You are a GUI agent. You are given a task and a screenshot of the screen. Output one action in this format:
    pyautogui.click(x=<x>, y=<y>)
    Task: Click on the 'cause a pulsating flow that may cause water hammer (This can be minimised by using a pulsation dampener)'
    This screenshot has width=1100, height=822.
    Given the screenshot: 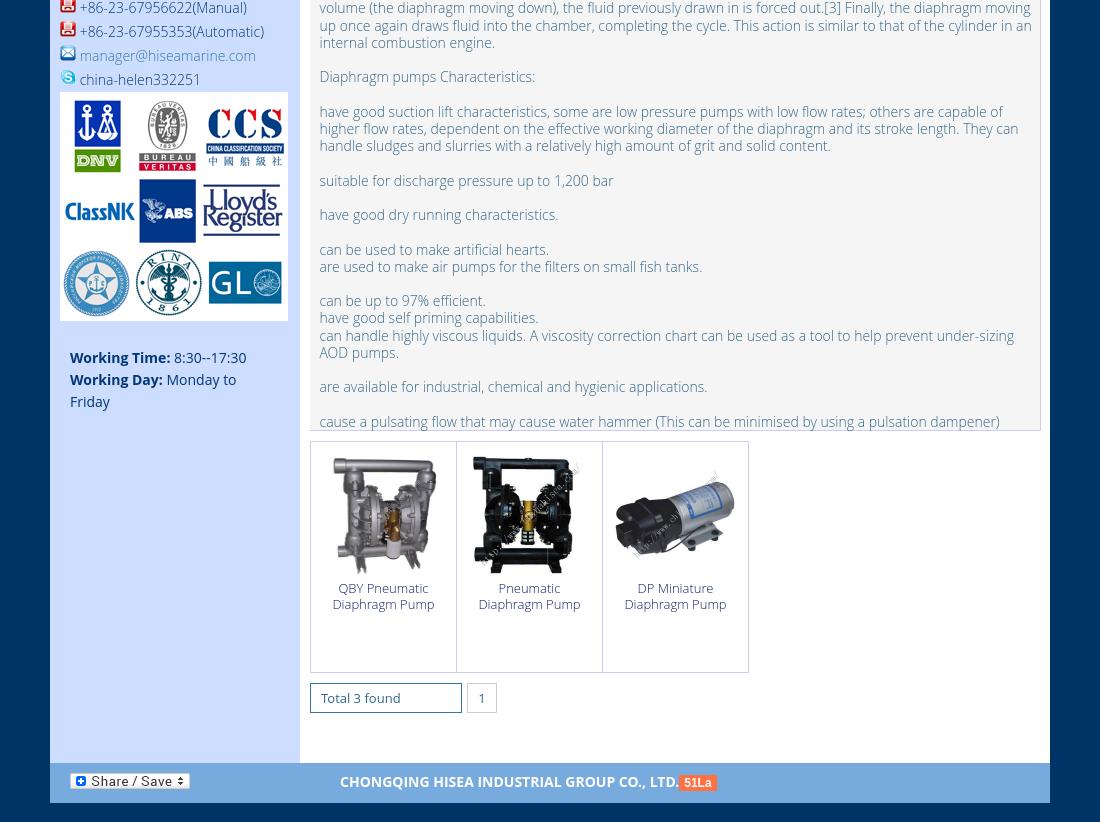 What is the action you would take?
    pyautogui.click(x=659, y=419)
    